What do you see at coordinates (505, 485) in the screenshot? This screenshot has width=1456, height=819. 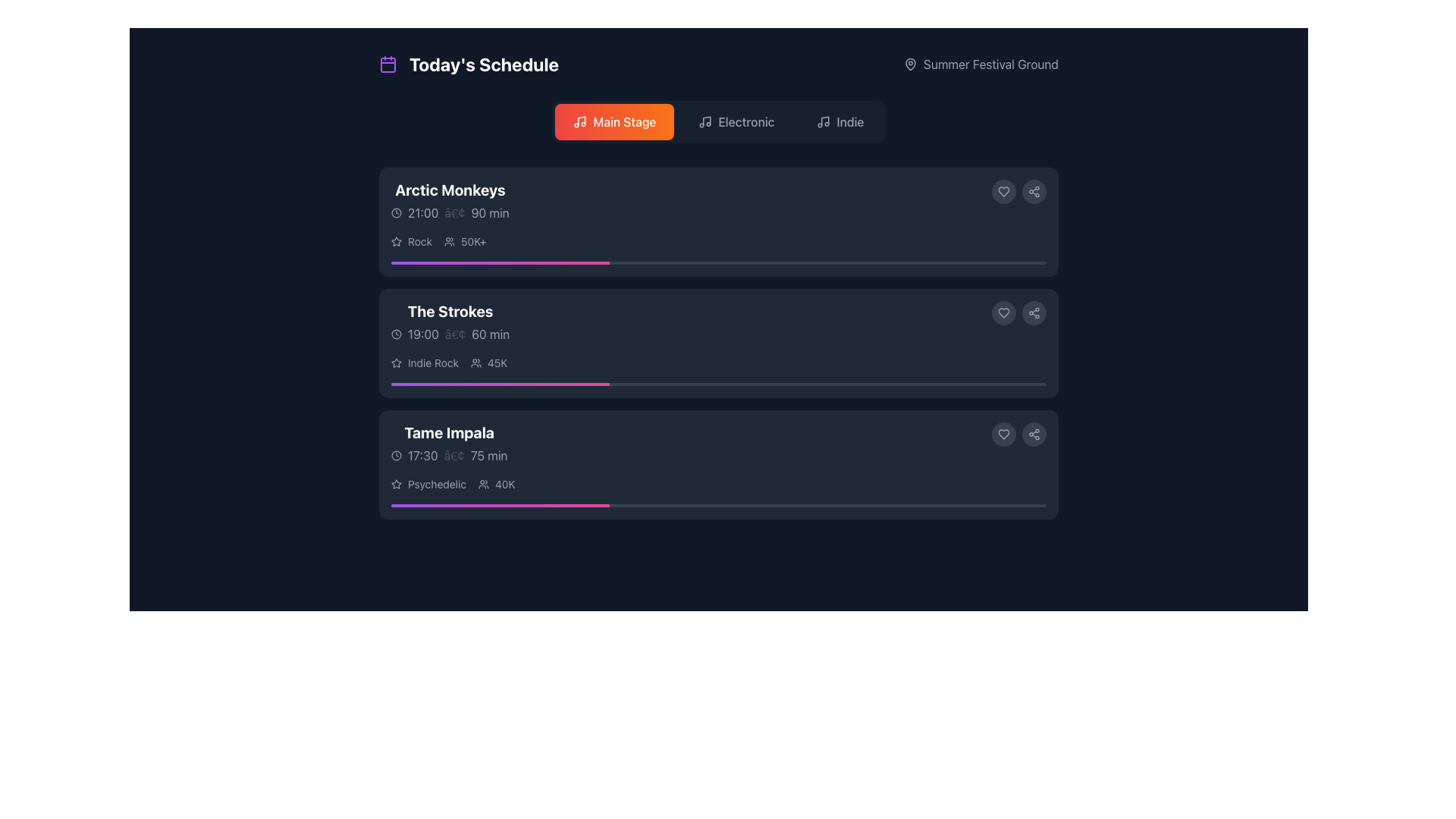 I see `the static text label displaying '40K', which is light gray and styled in a small, sans-serif font, positioned to the right of a user group icon in the third row of the 'Tame Impala' list` at bounding box center [505, 485].